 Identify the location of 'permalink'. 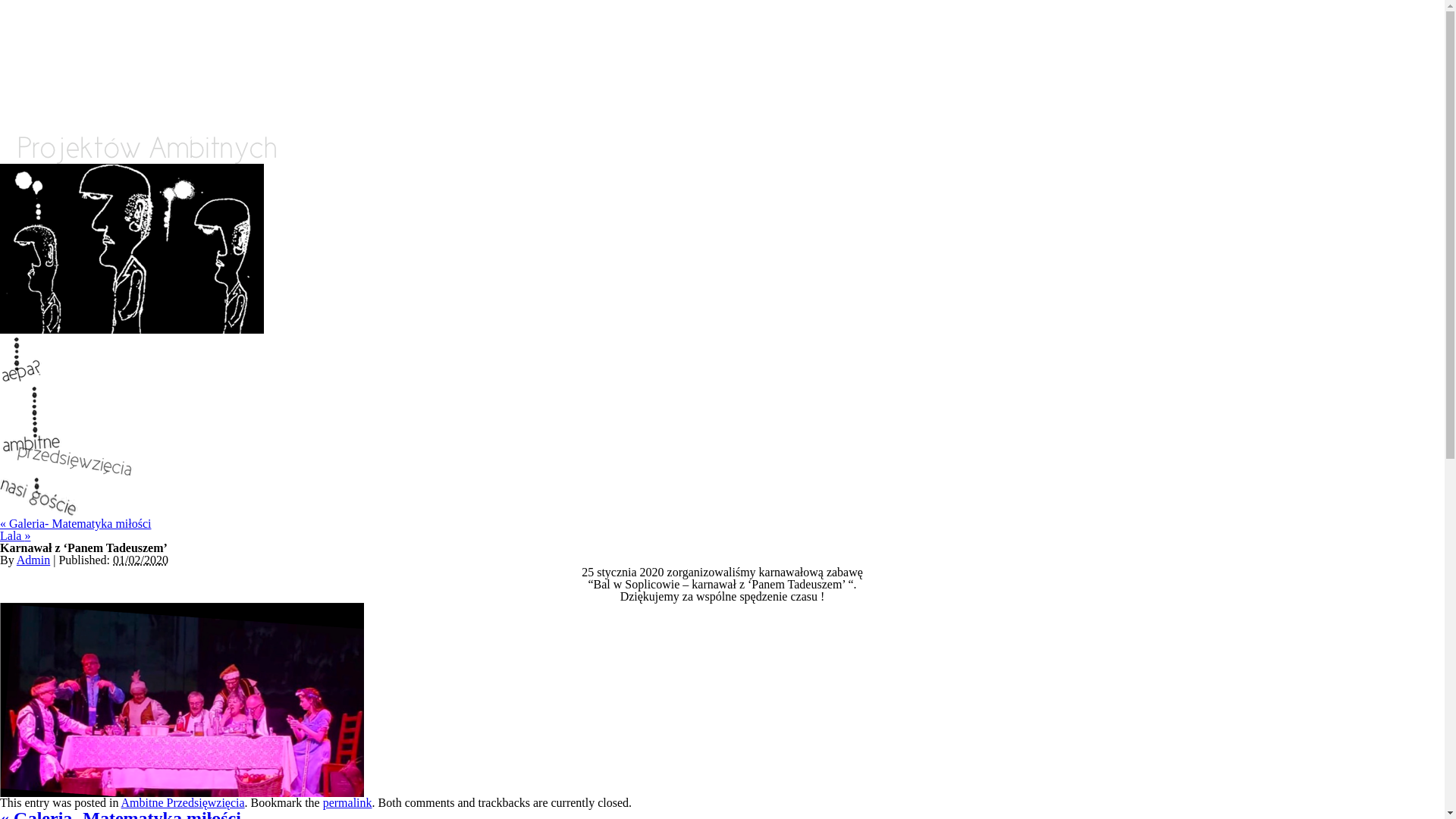
(347, 802).